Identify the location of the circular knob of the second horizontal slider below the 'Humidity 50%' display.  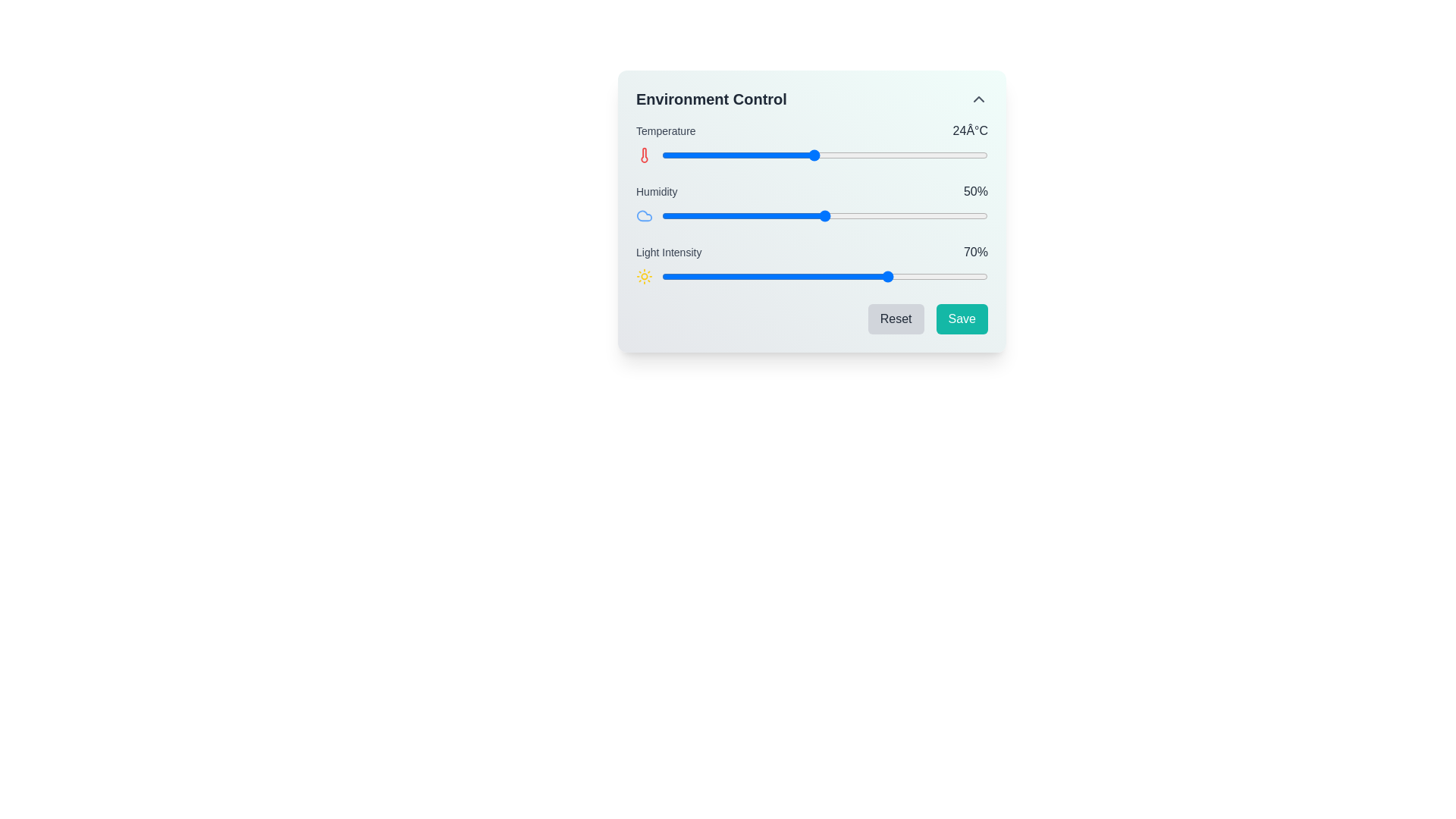
(811, 216).